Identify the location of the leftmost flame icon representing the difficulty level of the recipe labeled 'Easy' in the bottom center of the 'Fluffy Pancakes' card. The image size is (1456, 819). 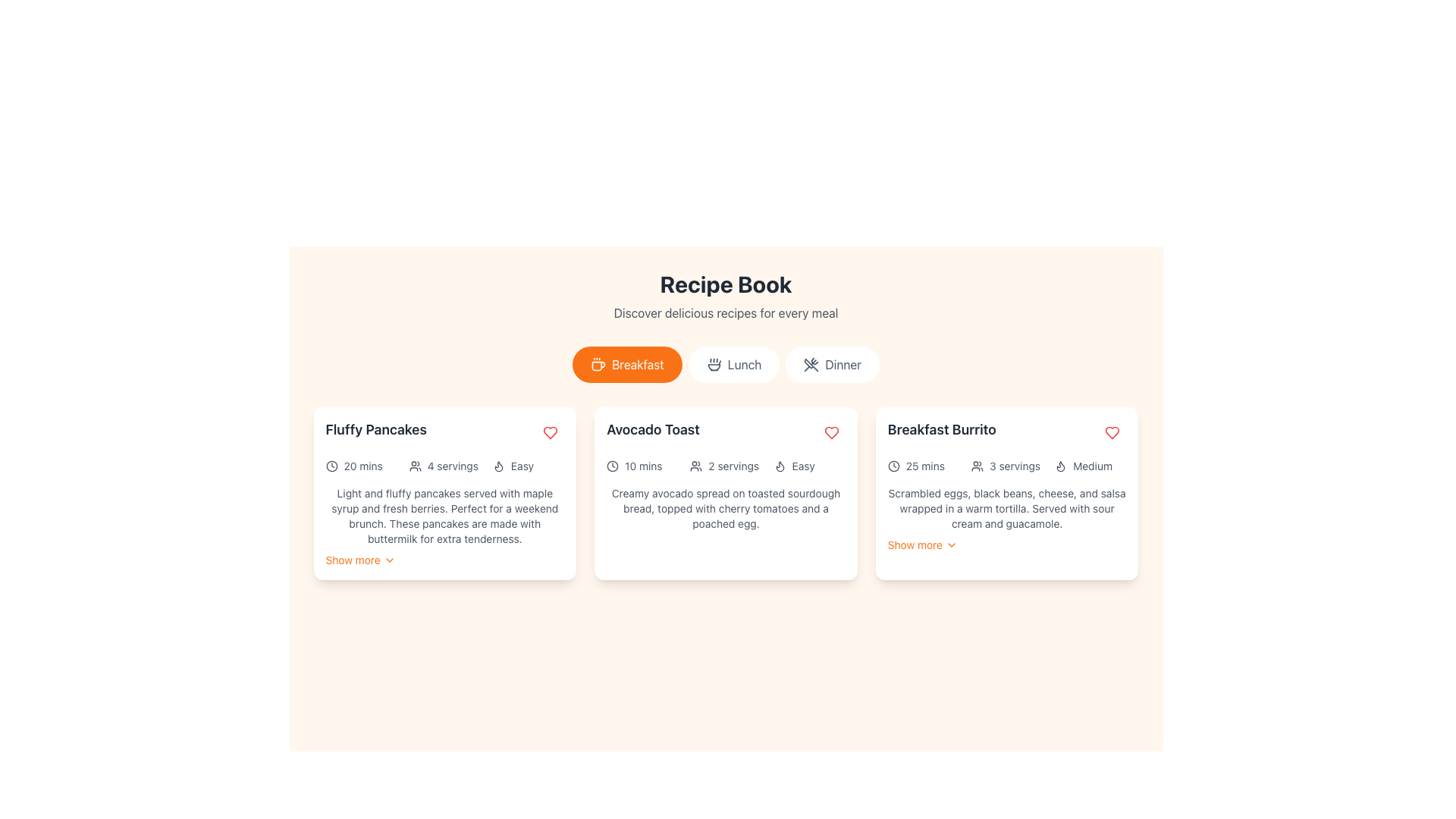
(498, 465).